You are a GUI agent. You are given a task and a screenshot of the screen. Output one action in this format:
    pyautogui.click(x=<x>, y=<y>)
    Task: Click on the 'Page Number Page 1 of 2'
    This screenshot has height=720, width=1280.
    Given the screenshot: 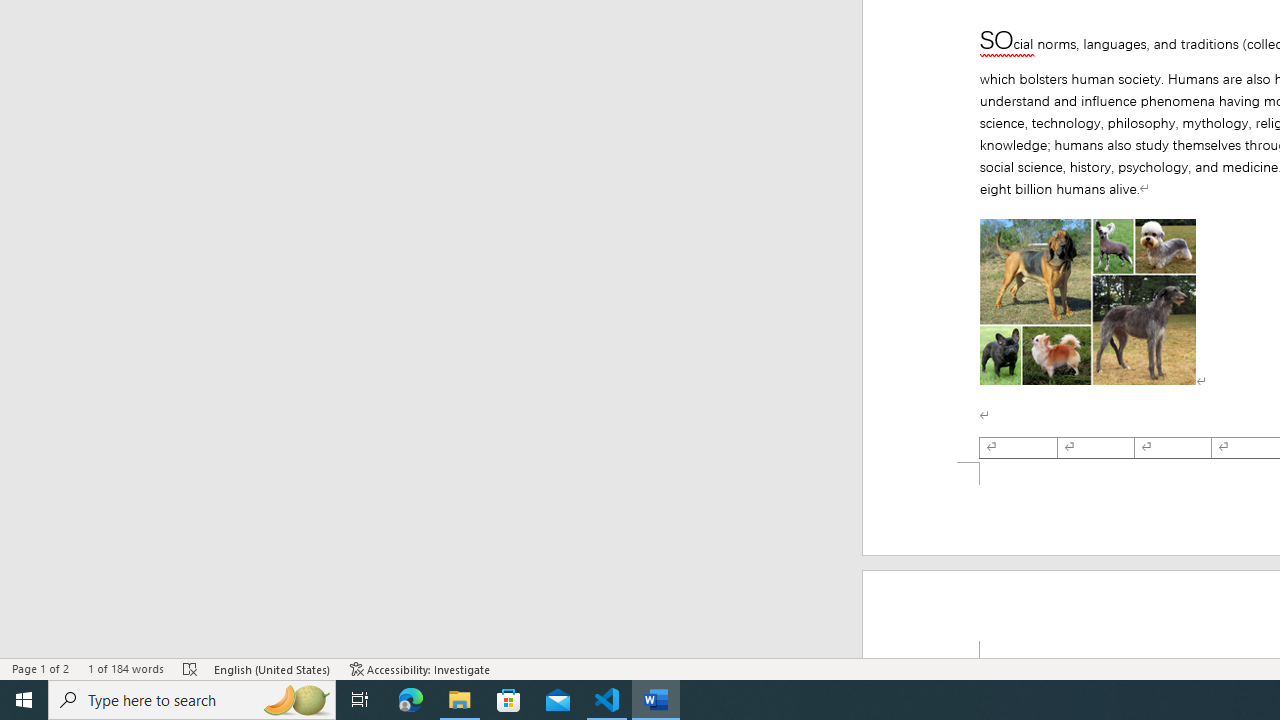 What is the action you would take?
    pyautogui.click(x=40, y=669)
    